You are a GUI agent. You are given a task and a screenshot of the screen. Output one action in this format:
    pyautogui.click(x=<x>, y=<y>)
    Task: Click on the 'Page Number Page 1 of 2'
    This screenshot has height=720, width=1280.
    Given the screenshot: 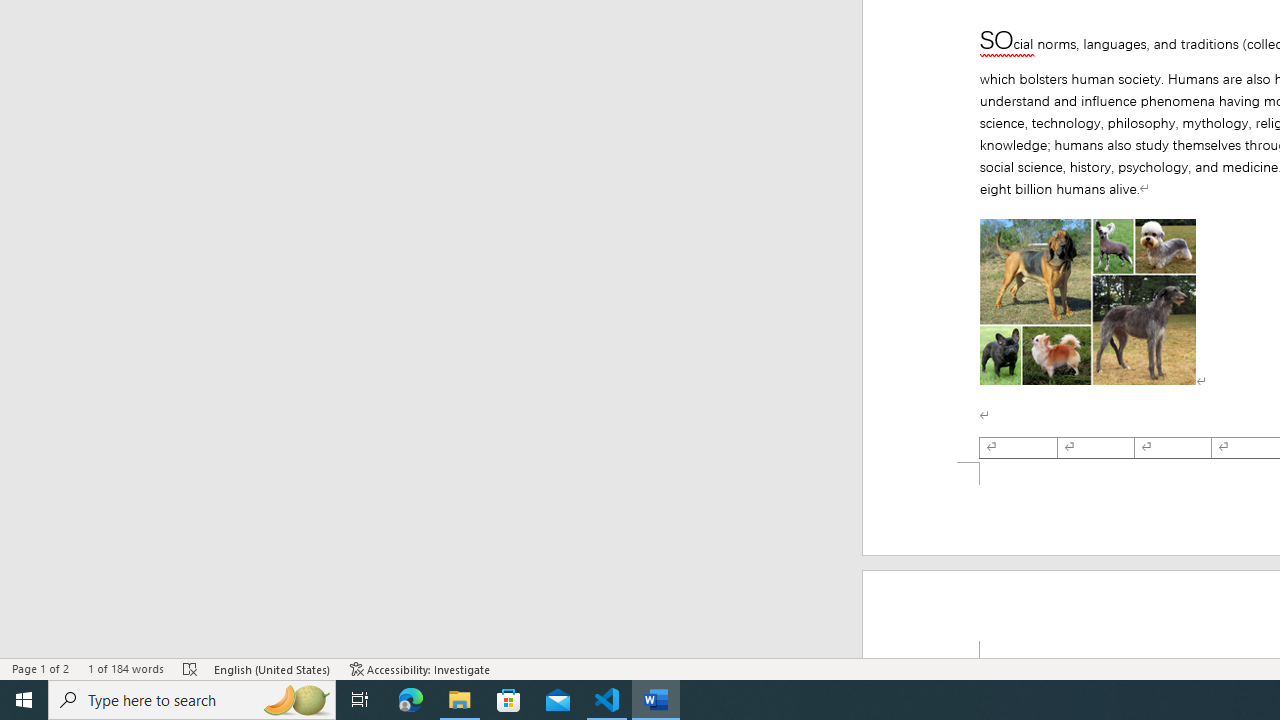 What is the action you would take?
    pyautogui.click(x=40, y=669)
    